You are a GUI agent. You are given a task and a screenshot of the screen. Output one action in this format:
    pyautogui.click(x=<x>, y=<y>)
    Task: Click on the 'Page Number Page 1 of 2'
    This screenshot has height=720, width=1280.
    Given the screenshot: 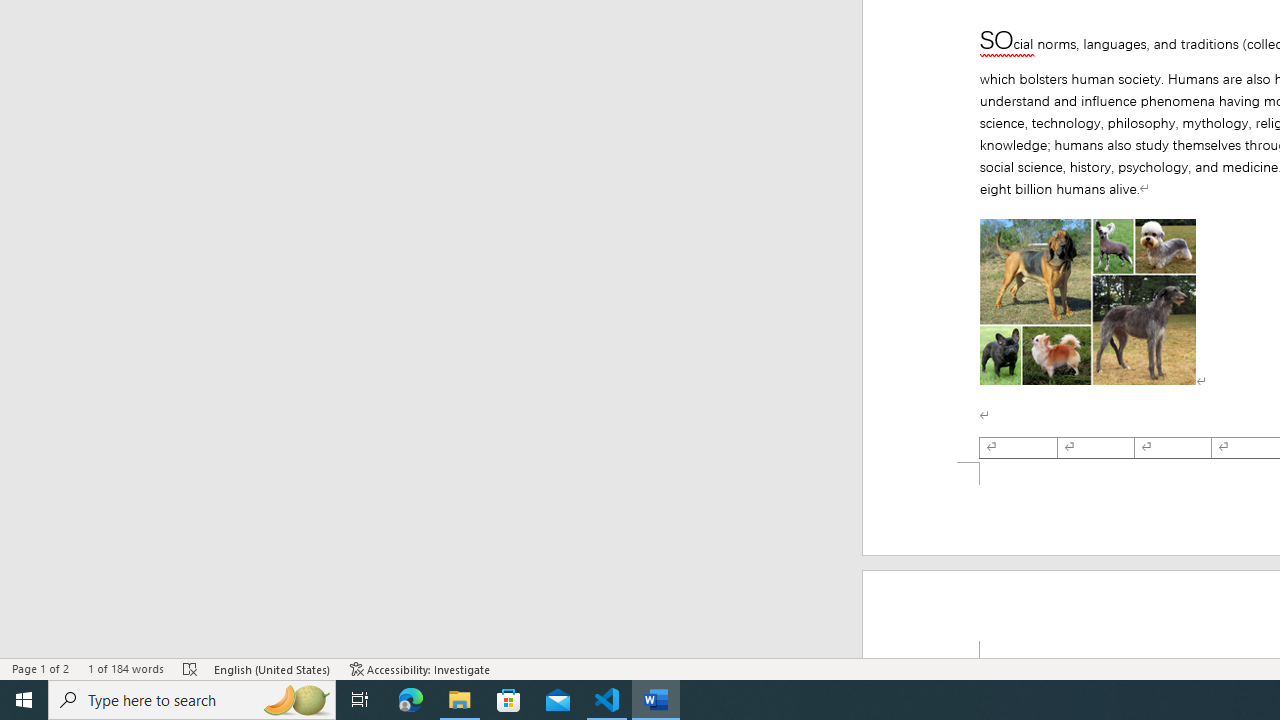 What is the action you would take?
    pyautogui.click(x=40, y=669)
    